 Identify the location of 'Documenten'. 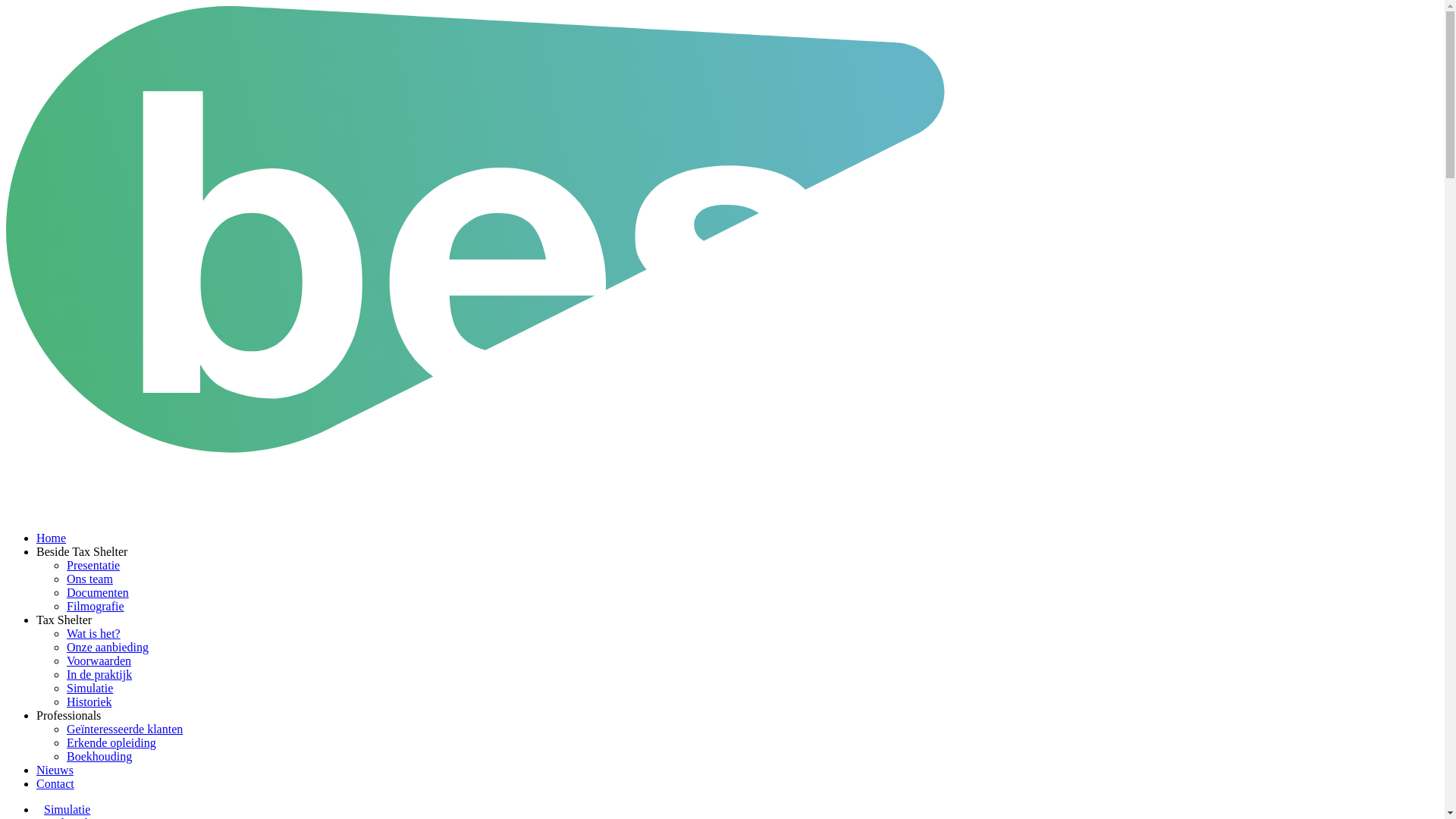
(97, 591).